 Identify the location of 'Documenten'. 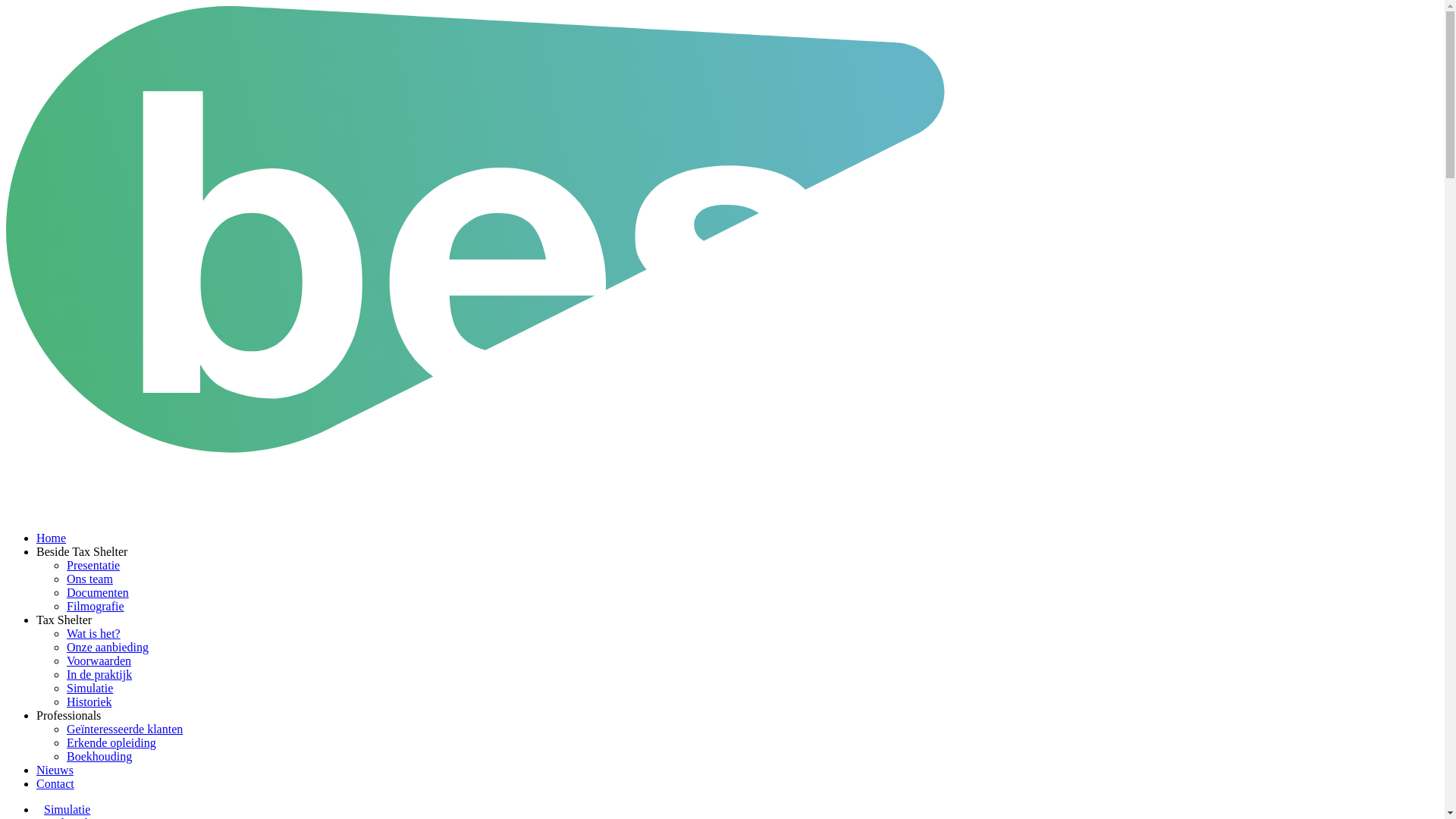
(97, 591).